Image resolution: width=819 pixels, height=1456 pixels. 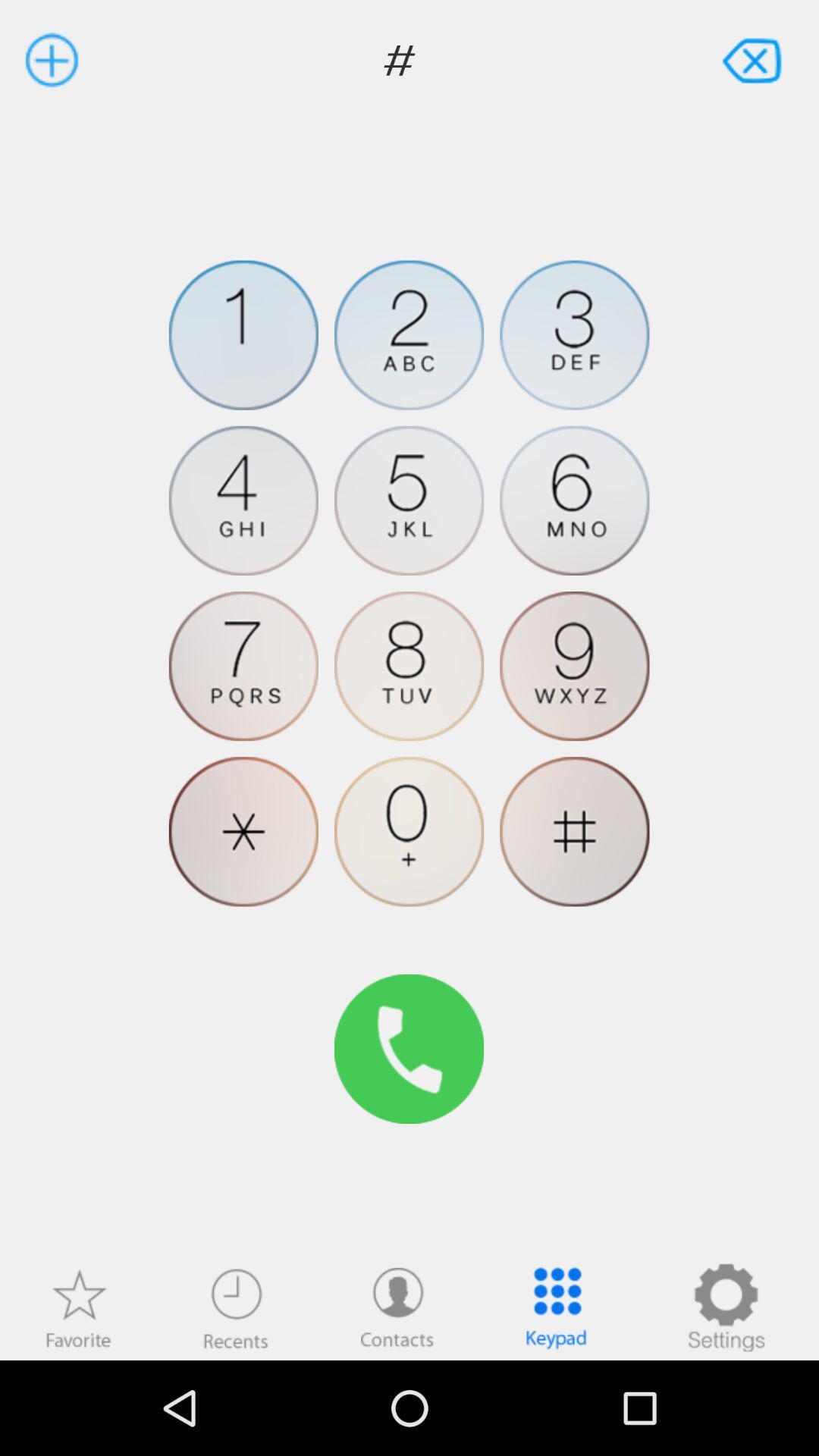 What do you see at coordinates (574, 666) in the screenshot?
I see `dial the number nine` at bounding box center [574, 666].